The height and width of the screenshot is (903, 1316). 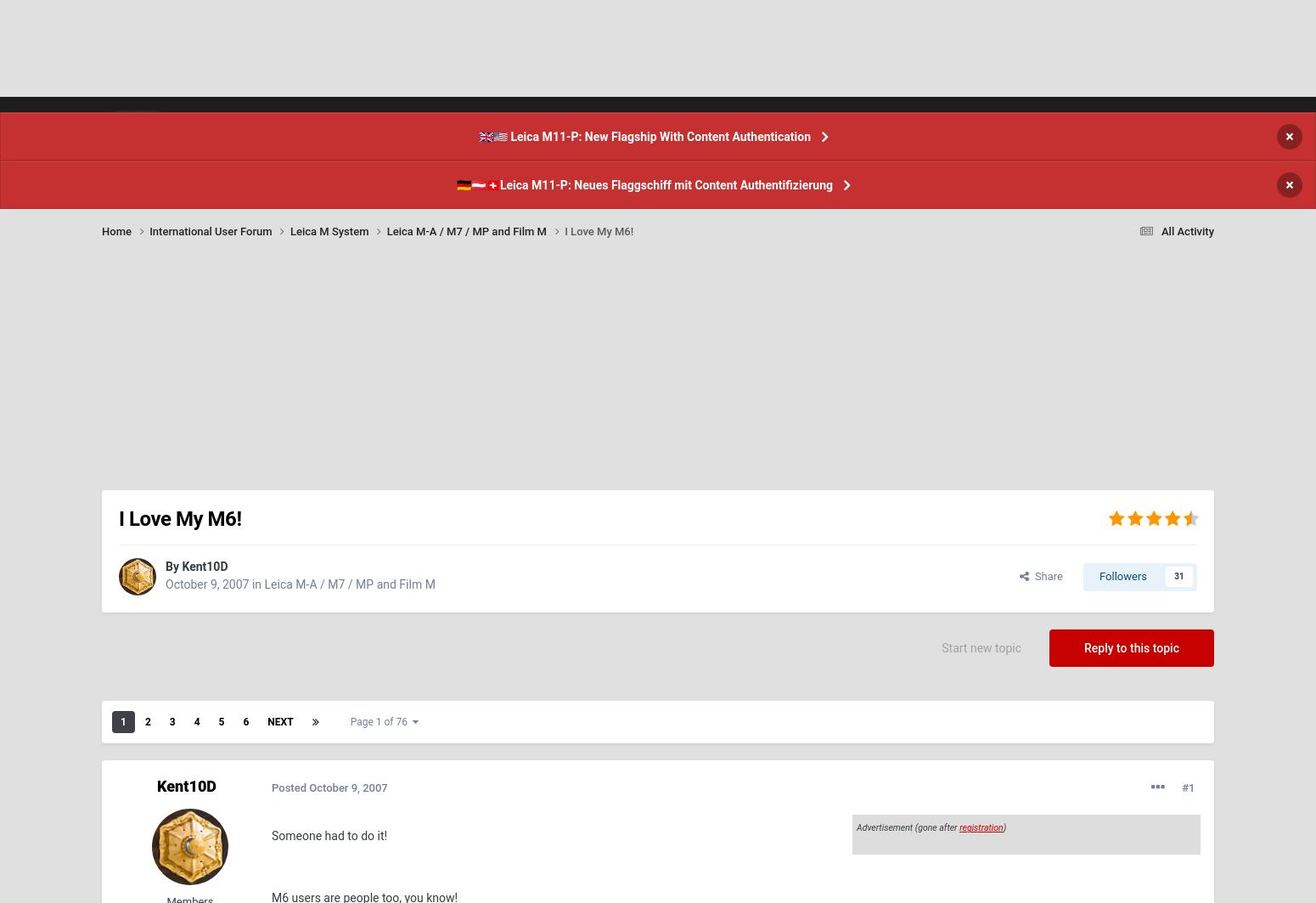 I want to click on 'Kent10D', so click(x=185, y=304).